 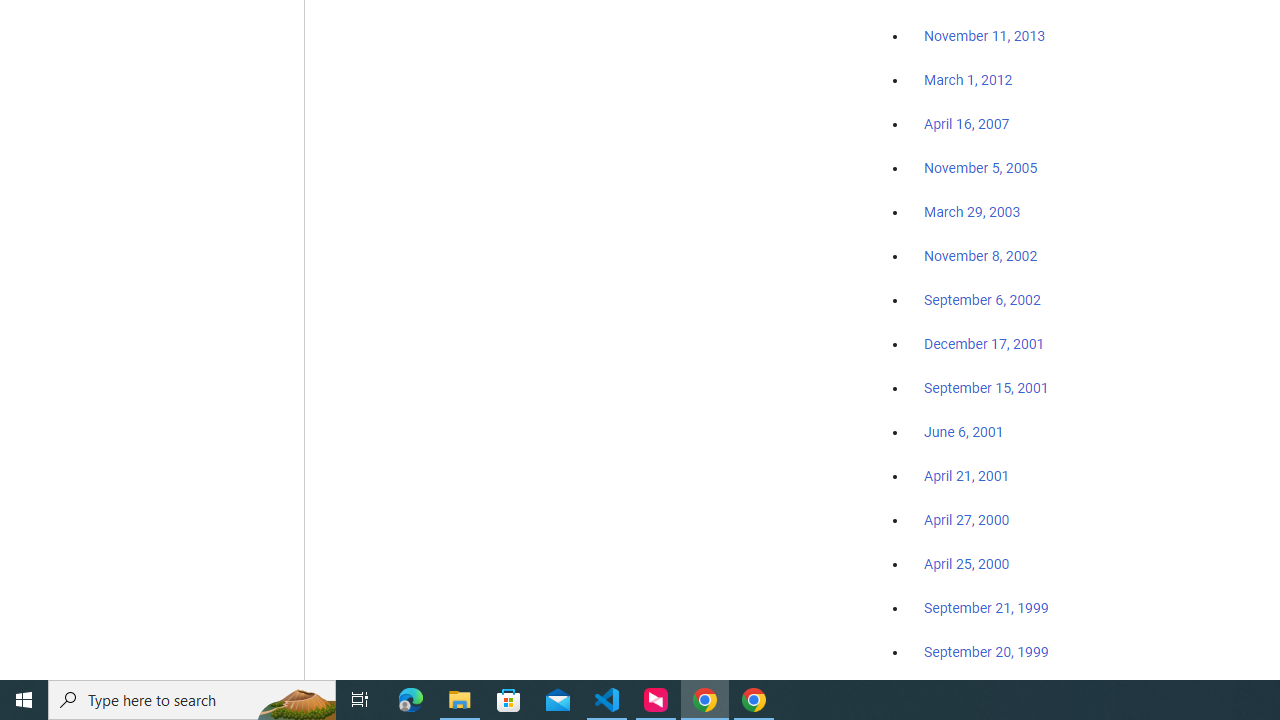 I want to click on 'September 20, 1999', so click(x=986, y=651).